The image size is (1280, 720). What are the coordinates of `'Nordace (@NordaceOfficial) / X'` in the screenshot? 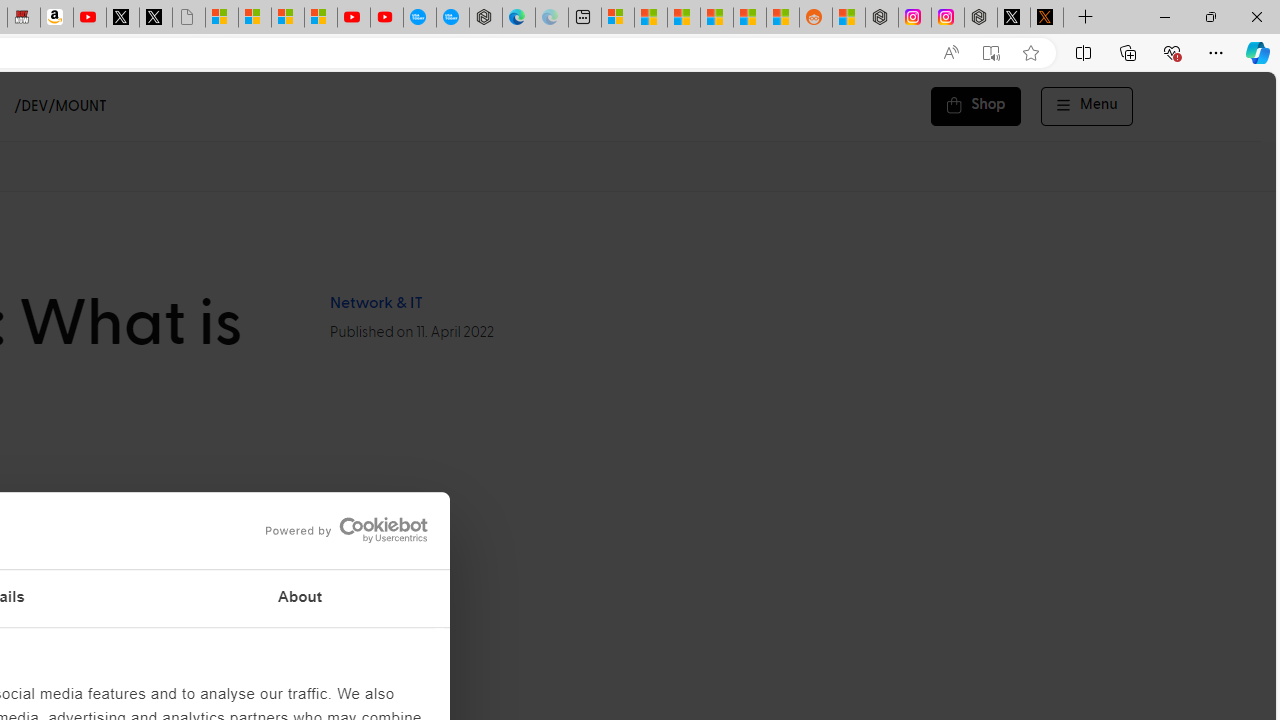 It's located at (1014, 17).